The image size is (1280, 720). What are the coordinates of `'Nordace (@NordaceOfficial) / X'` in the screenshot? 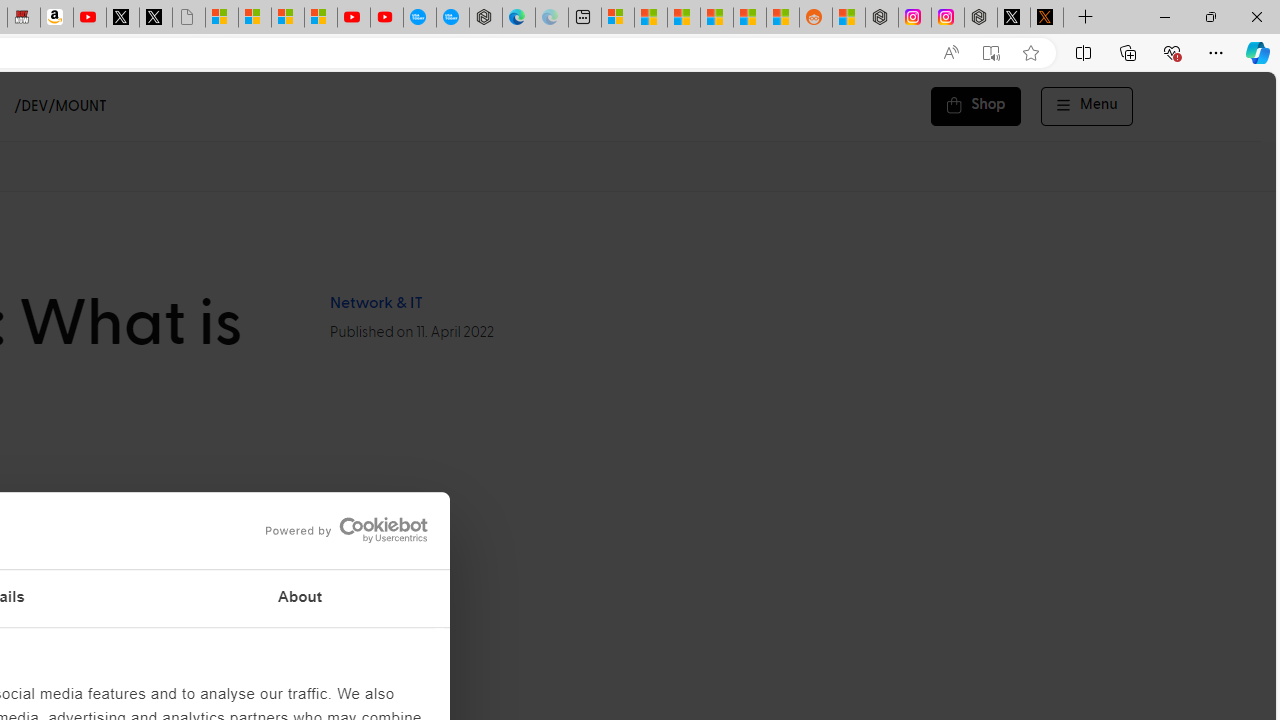 It's located at (1014, 17).